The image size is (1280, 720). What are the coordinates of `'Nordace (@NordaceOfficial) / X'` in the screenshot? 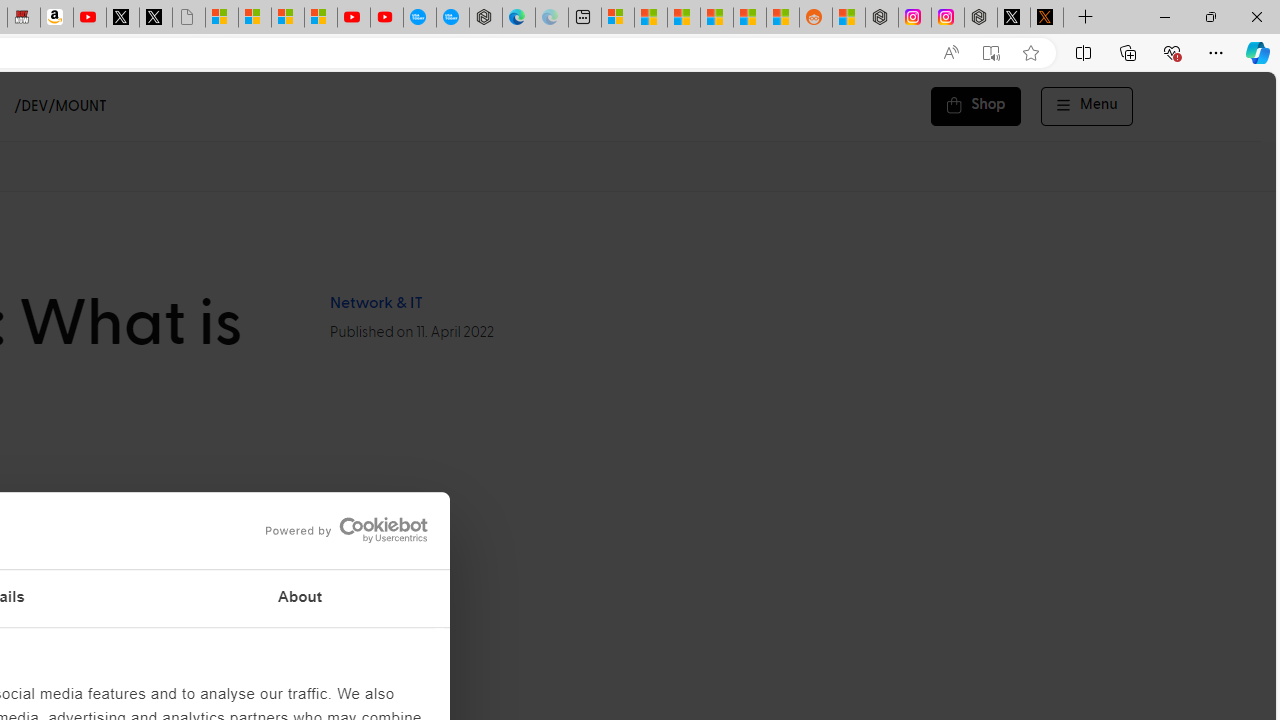 It's located at (1014, 17).